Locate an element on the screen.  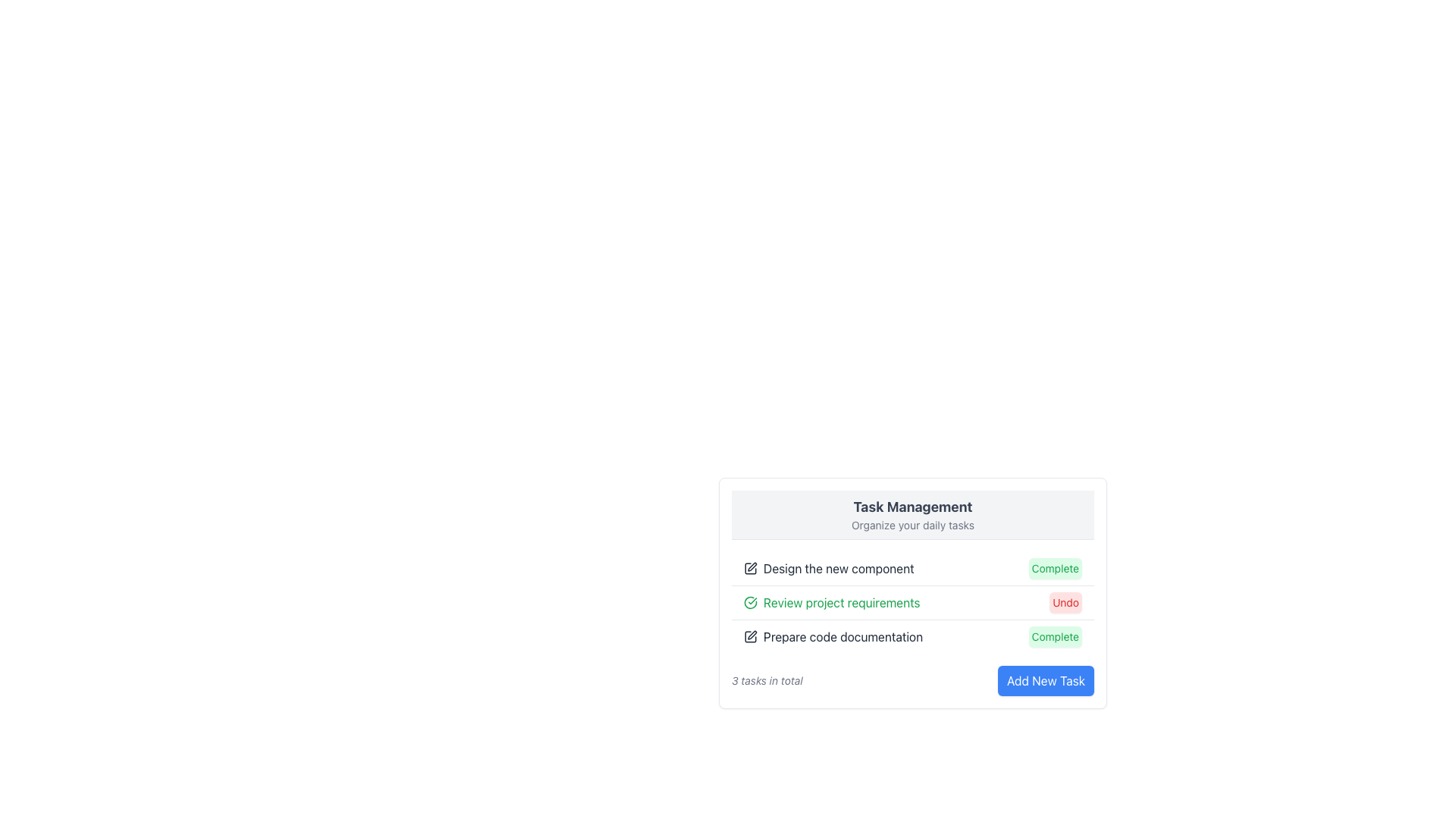
the text label with the content 'Review project requirements' which is styled in green and has a green check mark icon, located between 'Design the new component' and 'Prepare code documentation' in the task management interface is located at coordinates (831, 601).